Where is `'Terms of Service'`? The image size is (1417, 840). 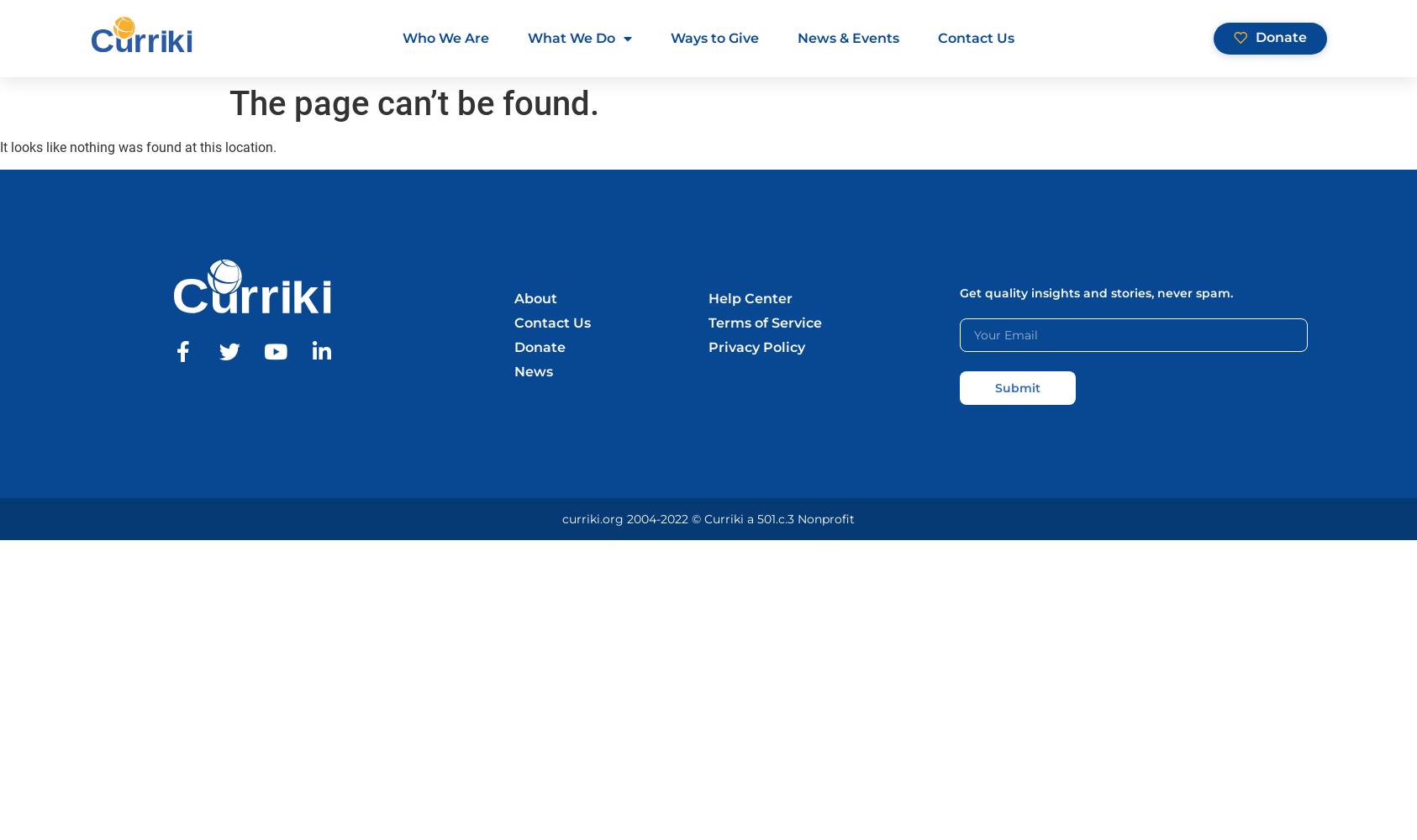 'Terms of Service' is located at coordinates (764, 323).